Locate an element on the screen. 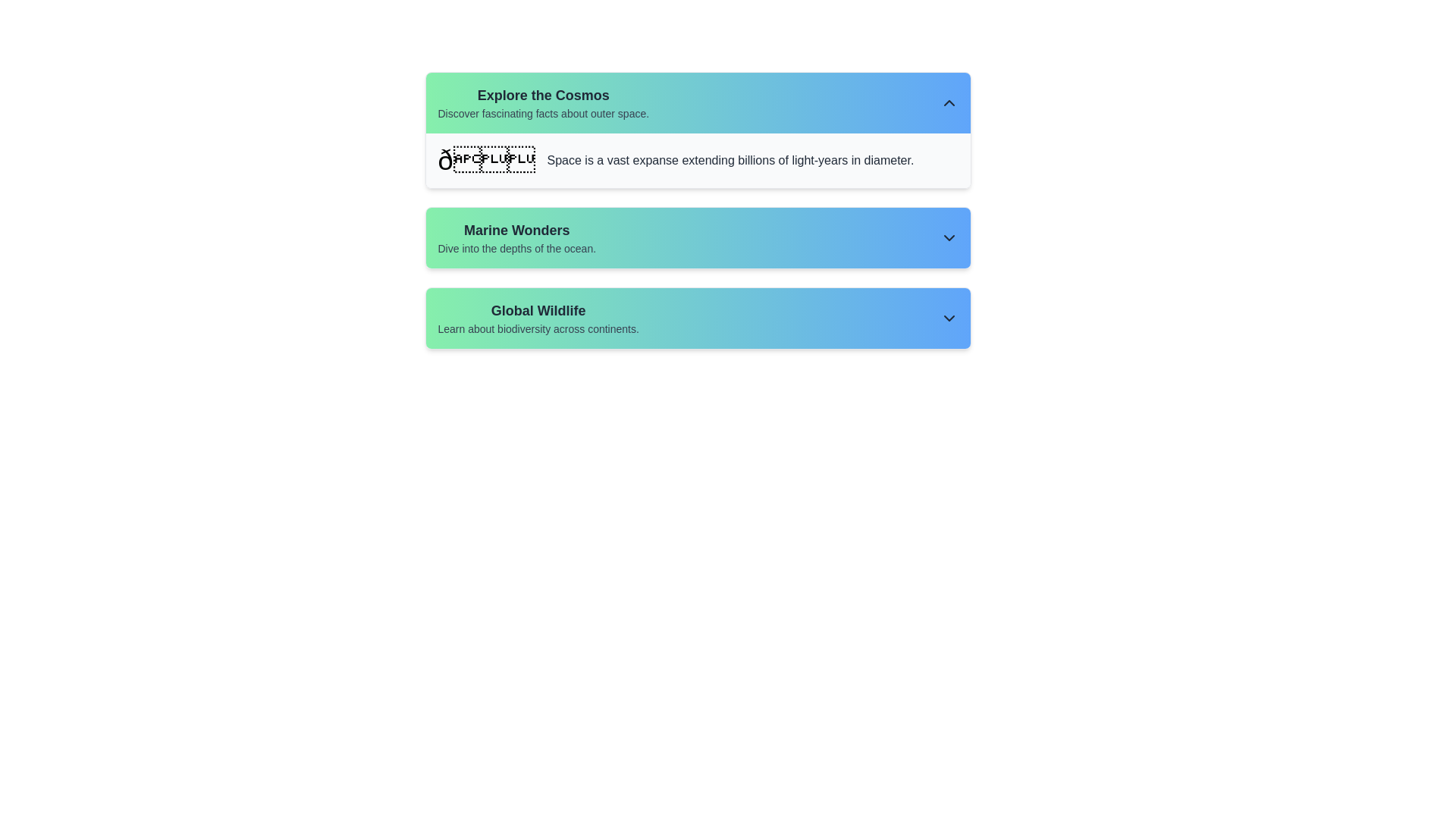 This screenshot has width=1456, height=819. the text block that serves as a title and description for marine-themed content, located between 'Explore the Cosmos' and 'Global Wildlife' is located at coordinates (516, 237).